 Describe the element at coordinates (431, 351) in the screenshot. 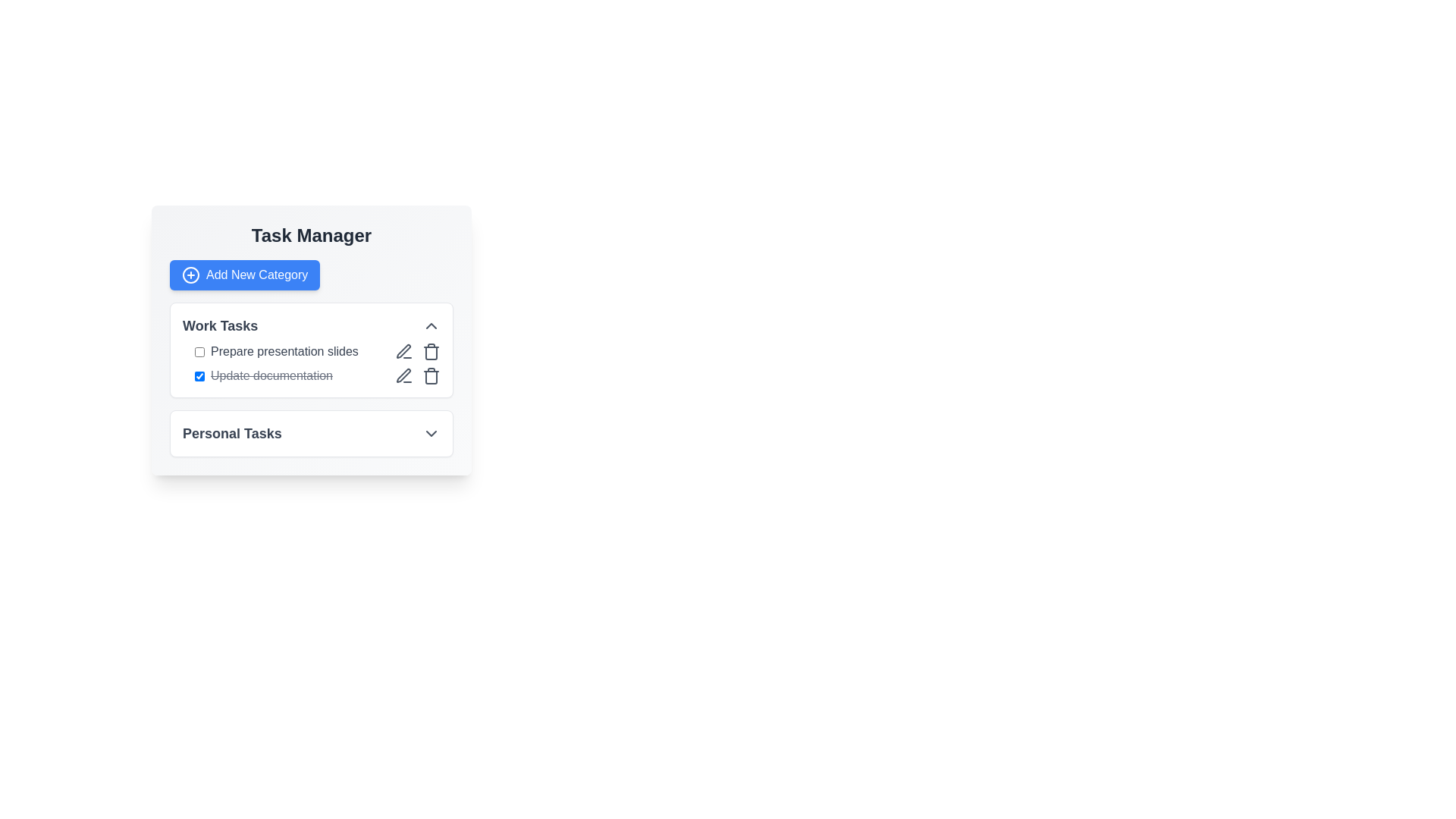

I see `the Trash icon button located in the 'Work Tasks' section, which is positioned to the right of the task 'Update documentation.' This action will change the icon's color` at that location.